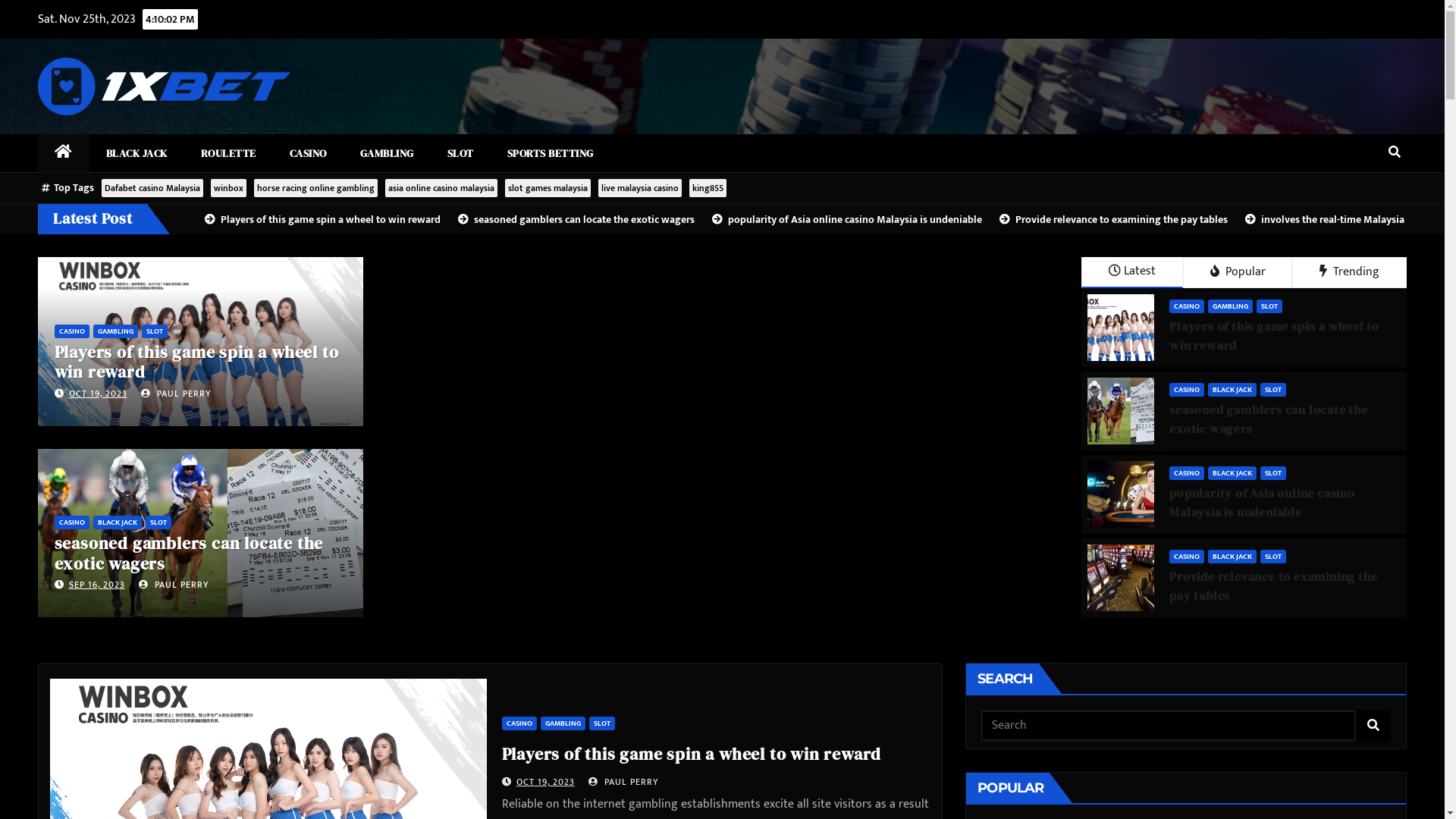 This screenshot has height=819, width=1456. What do you see at coordinates (1291, 271) in the screenshot?
I see `'Trending'` at bounding box center [1291, 271].